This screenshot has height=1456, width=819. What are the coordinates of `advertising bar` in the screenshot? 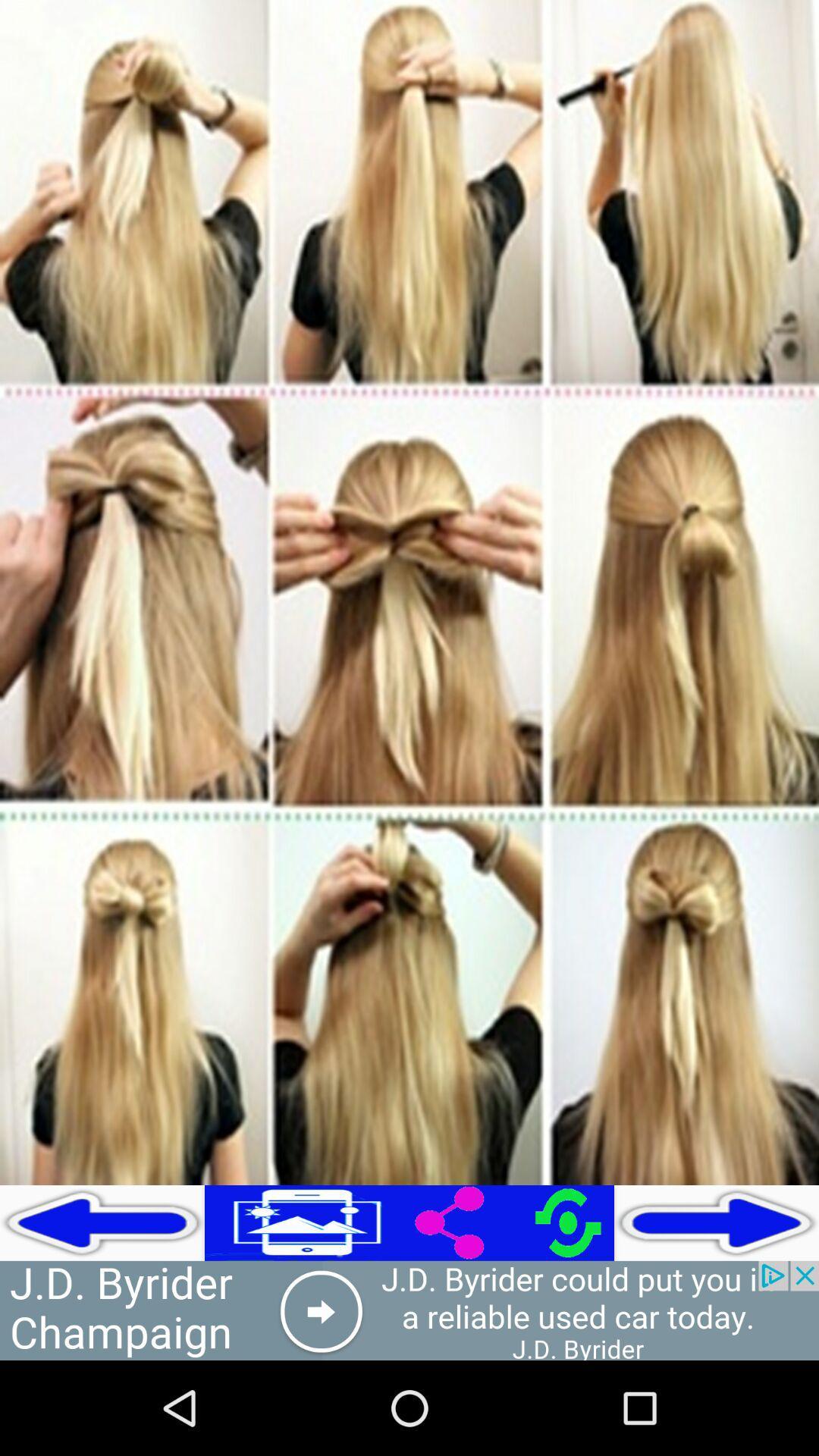 It's located at (409, 1310).